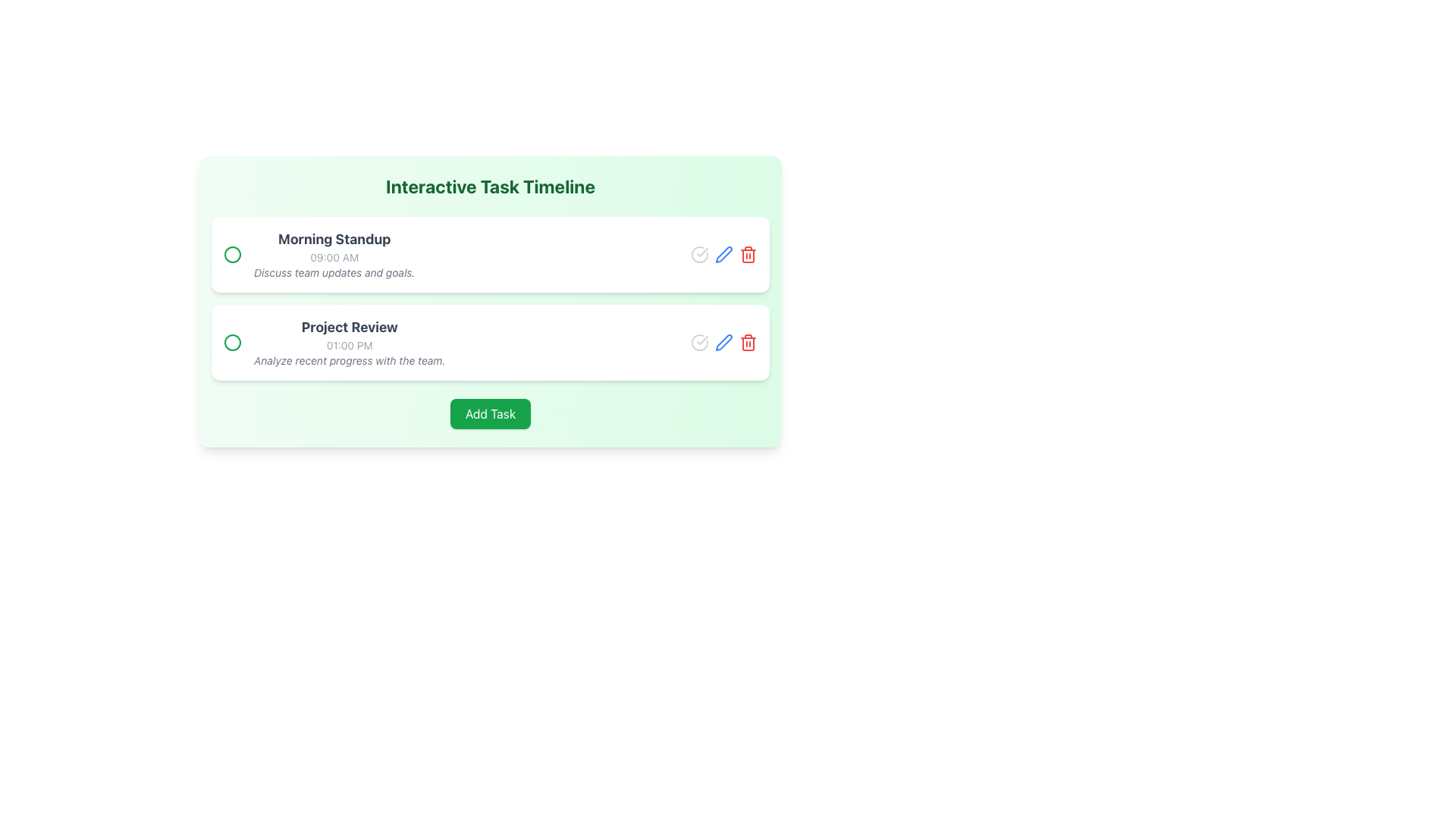 This screenshot has width=1456, height=819. What do you see at coordinates (232, 253) in the screenshot?
I see `the circular green icon located to the left of the text 'Morning Standup 09:00 AM Discuss team updates and goals.' in the first task card of the timeline` at bounding box center [232, 253].